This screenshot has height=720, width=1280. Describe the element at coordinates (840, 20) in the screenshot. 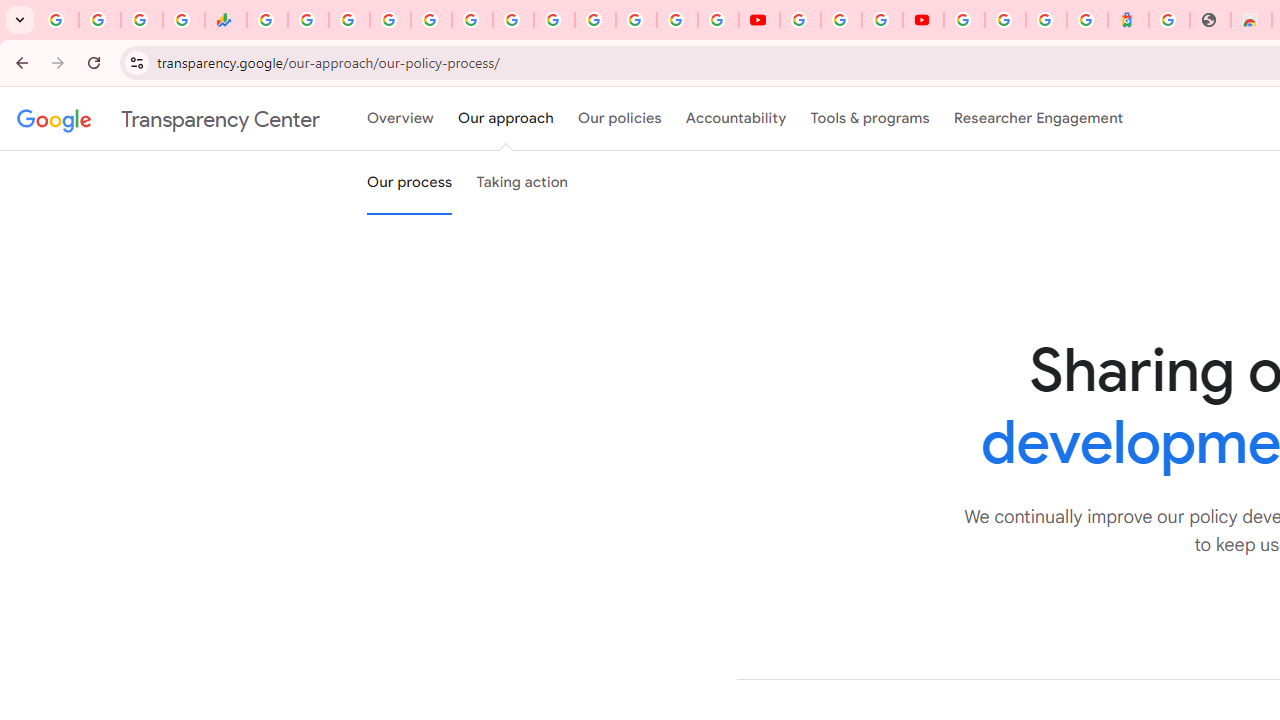

I see `'Google Account Help'` at that location.